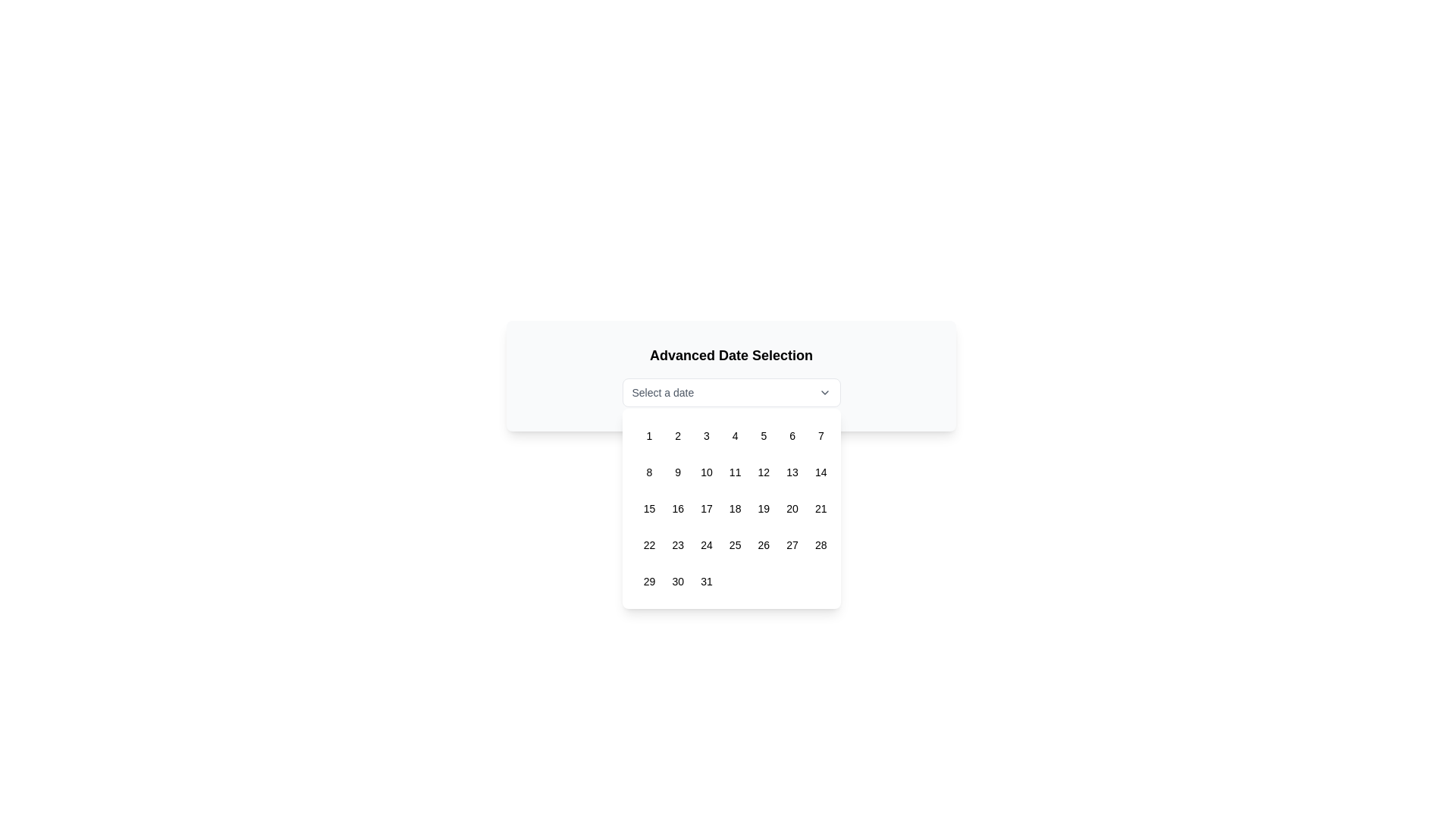 Image resolution: width=1456 pixels, height=819 pixels. I want to click on the interactive calendar grid located below the 'Select a date' dropdown, so click(731, 509).